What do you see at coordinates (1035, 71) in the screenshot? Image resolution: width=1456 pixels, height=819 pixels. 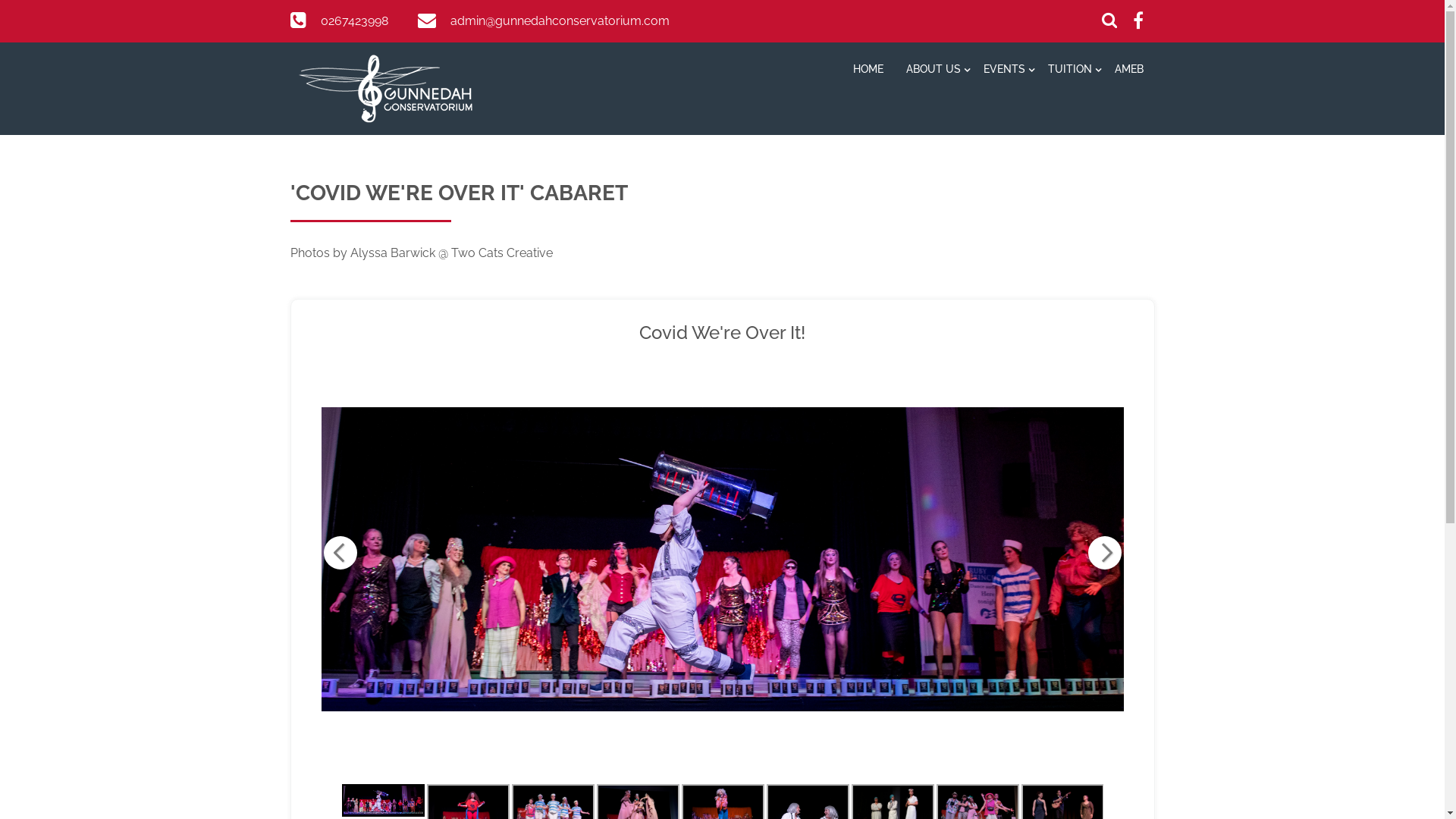 I see `'TUITION'` at bounding box center [1035, 71].